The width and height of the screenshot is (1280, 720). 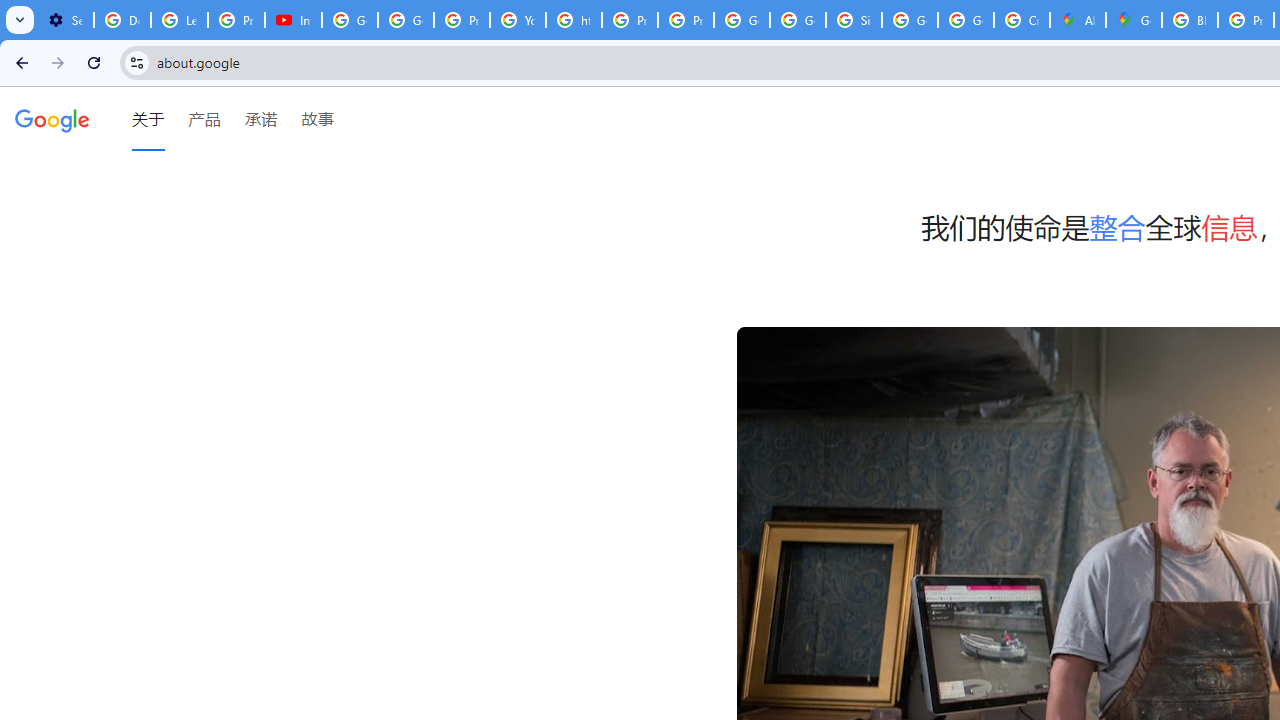 I want to click on 'Google Account Help', so click(x=350, y=20).